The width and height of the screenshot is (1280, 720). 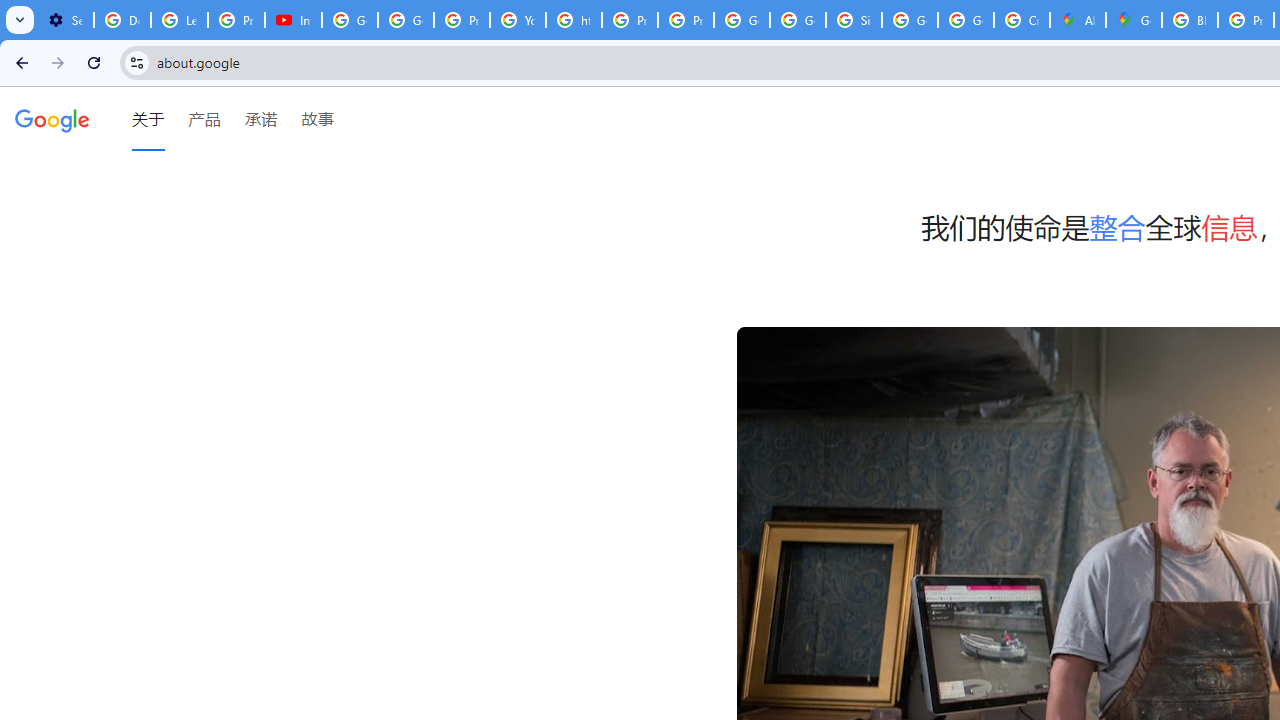 I want to click on 'Google Account Help', so click(x=350, y=20).